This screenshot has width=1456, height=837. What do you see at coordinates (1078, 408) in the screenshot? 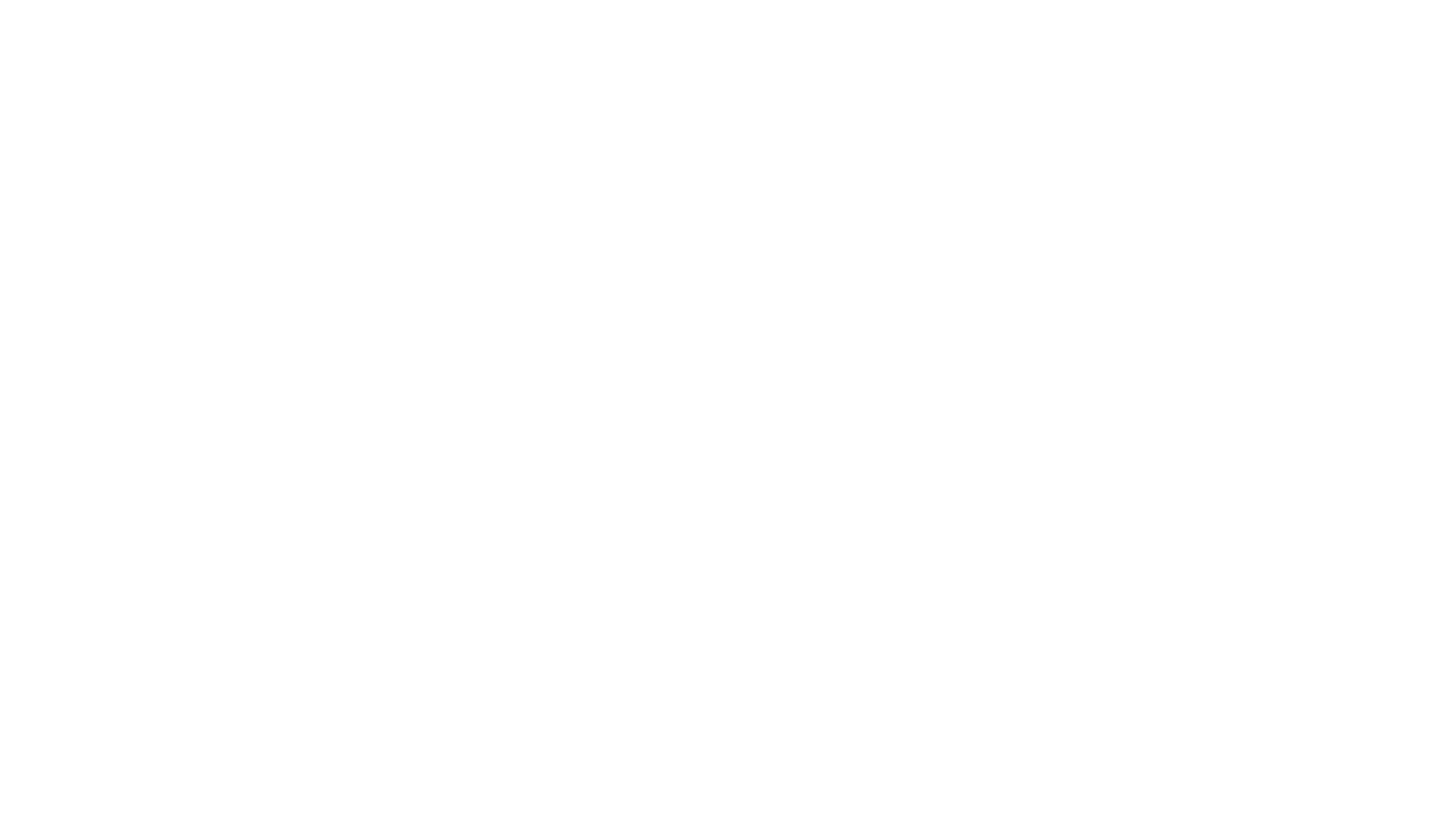
I see `'Careers'` at bounding box center [1078, 408].